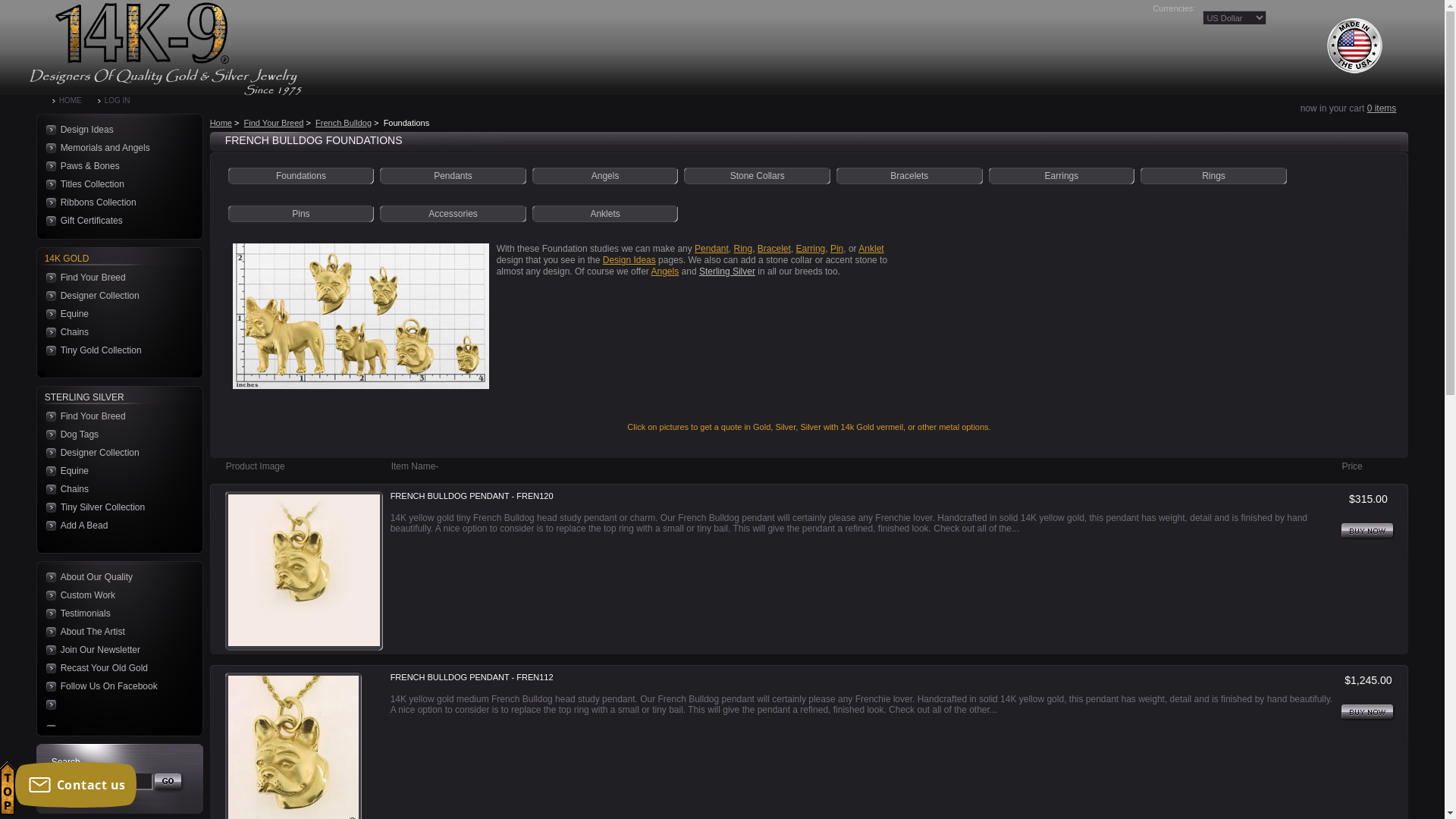  Describe the element at coordinates (115, 166) in the screenshot. I see `'Paws & Bones'` at that location.